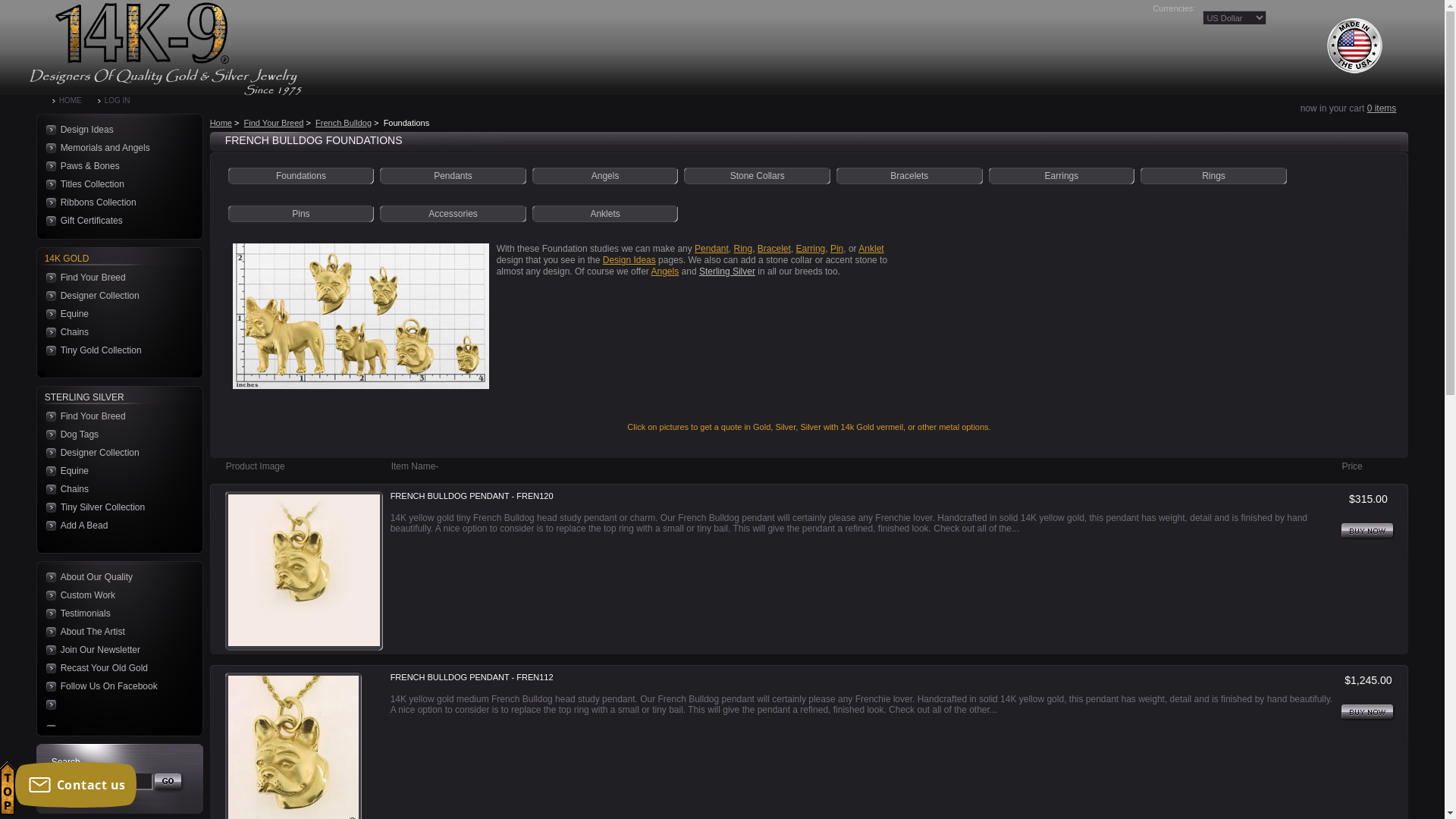  Describe the element at coordinates (115, 166) in the screenshot. I see `'Paws & Bones'` at that location.